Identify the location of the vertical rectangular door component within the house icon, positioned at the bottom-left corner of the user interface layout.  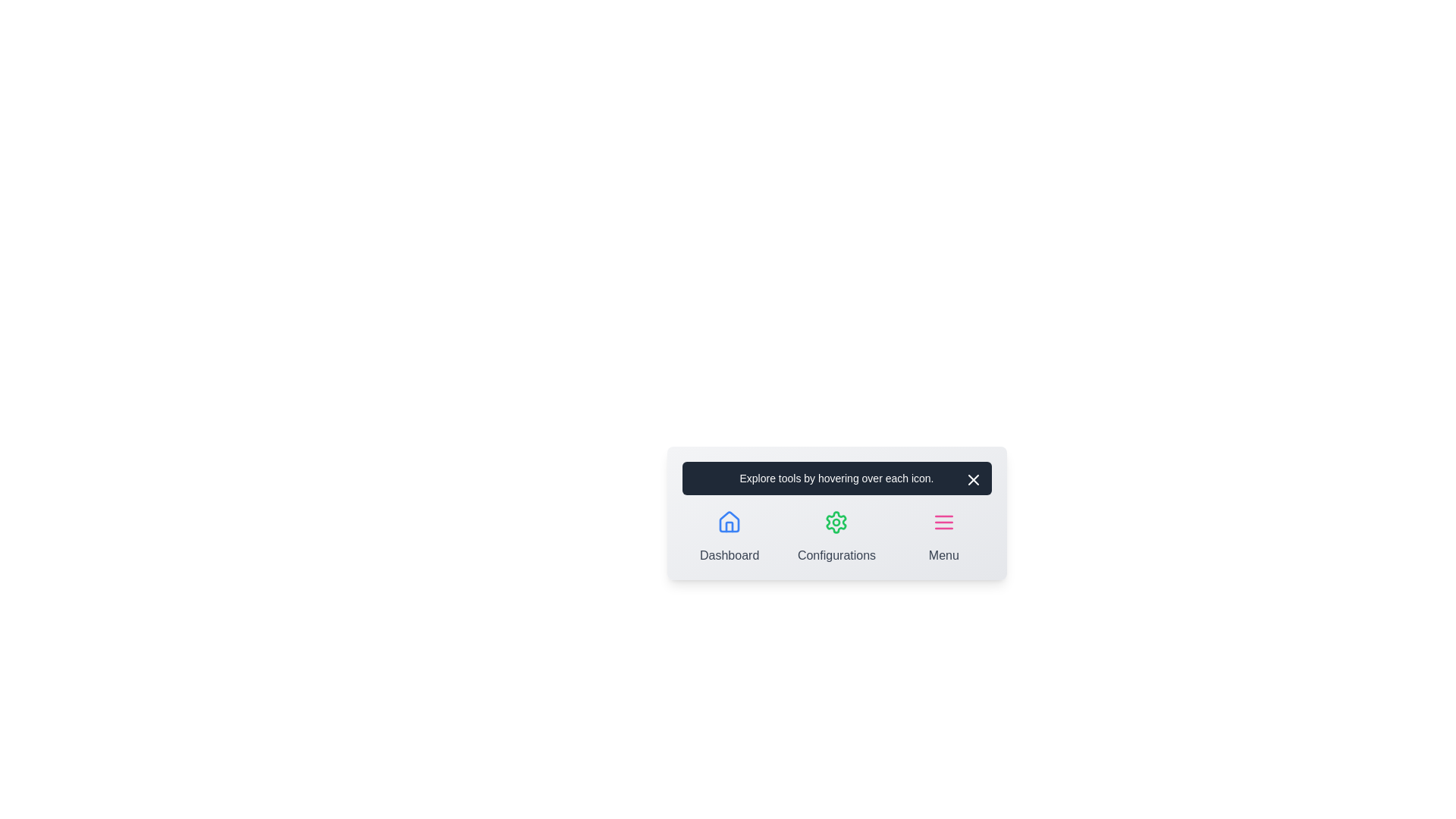
(730, 526).